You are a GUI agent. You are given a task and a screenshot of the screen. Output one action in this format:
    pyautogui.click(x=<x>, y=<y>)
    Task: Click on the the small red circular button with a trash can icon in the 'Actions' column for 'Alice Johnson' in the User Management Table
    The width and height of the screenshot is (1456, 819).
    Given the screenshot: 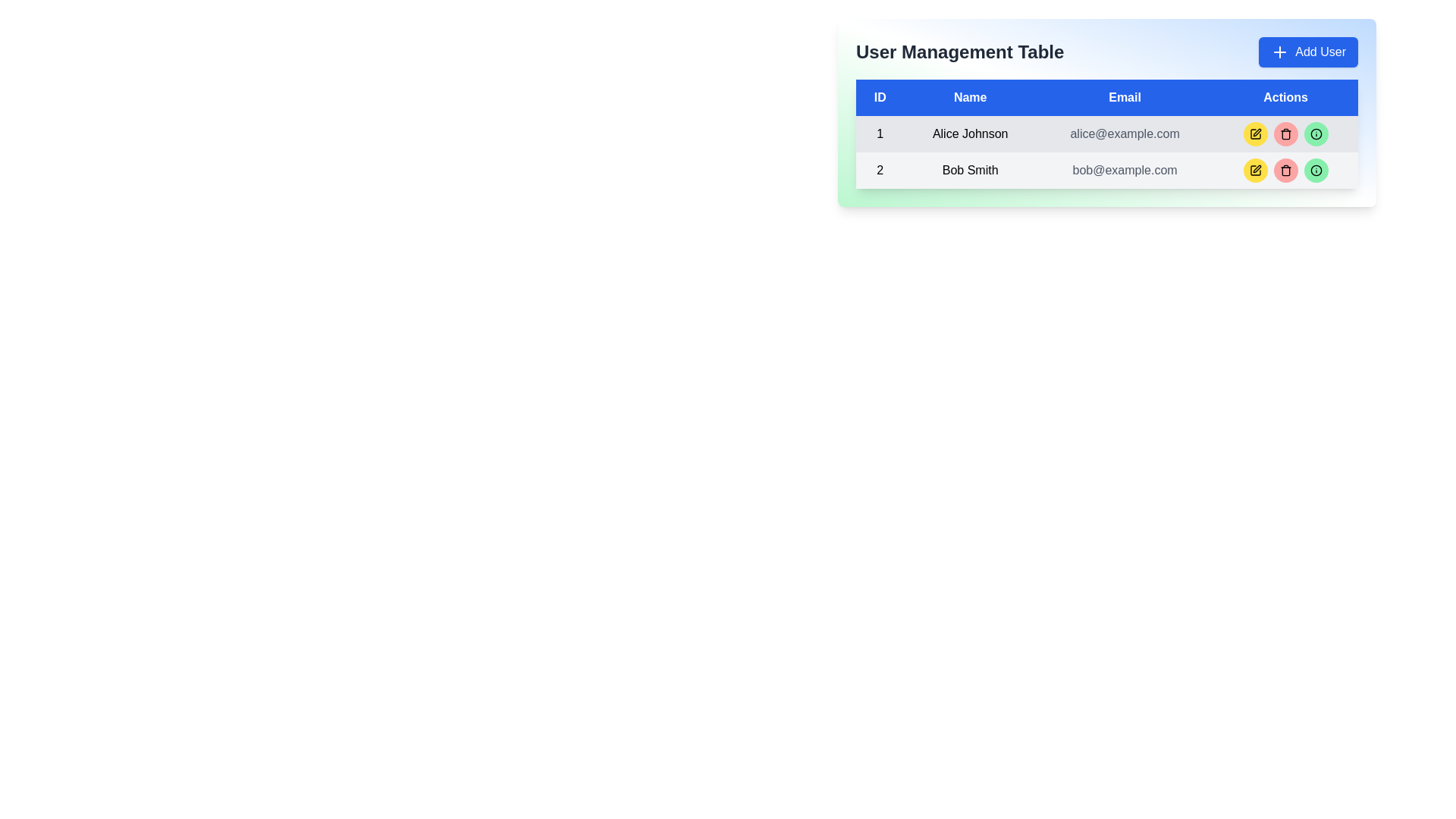 What is the action you would take?
    pyautogui.click(x=1285, y=133)
    